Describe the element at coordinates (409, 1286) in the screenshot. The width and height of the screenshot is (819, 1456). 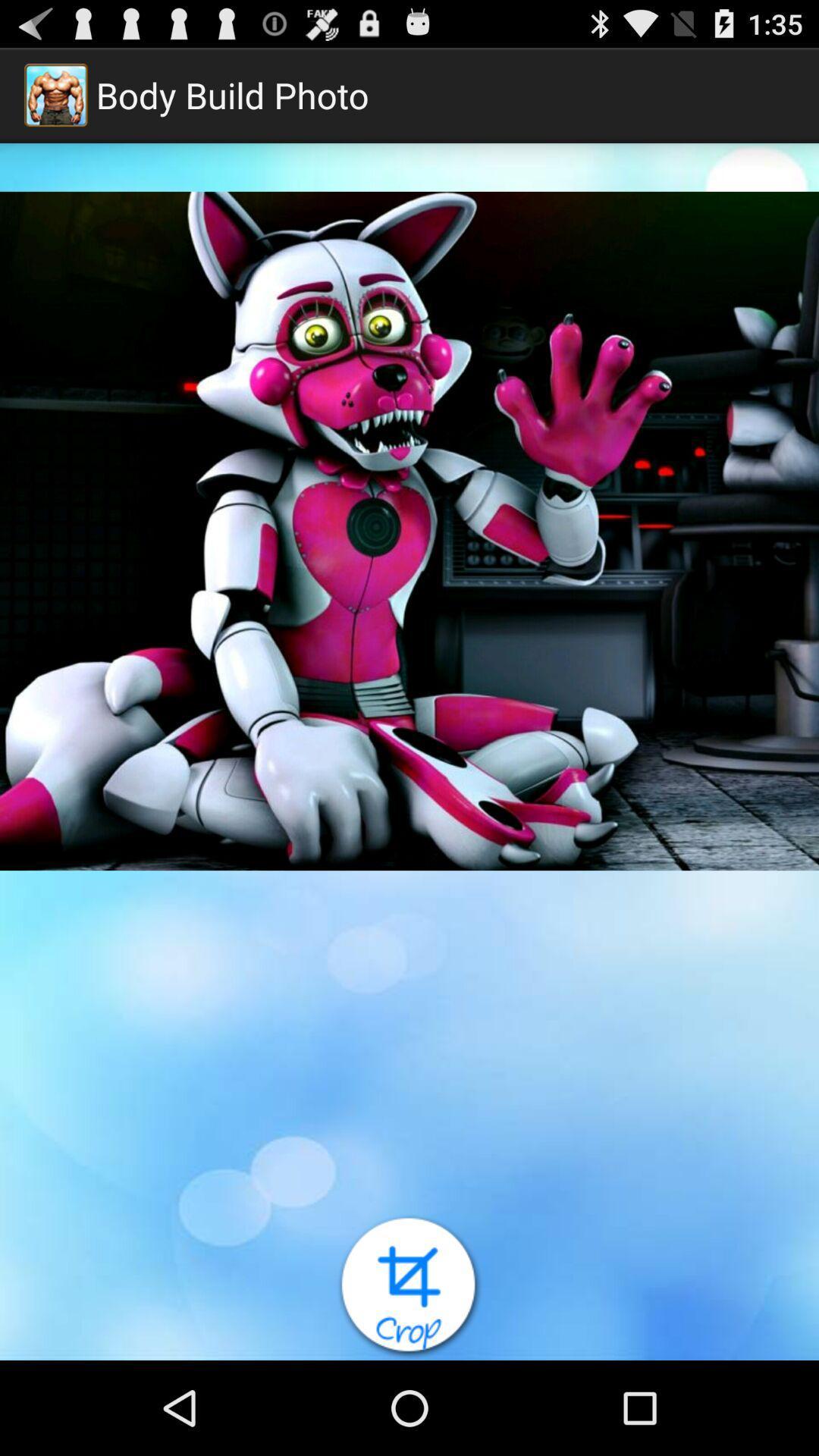
I see `icon at the bottom` at that location.